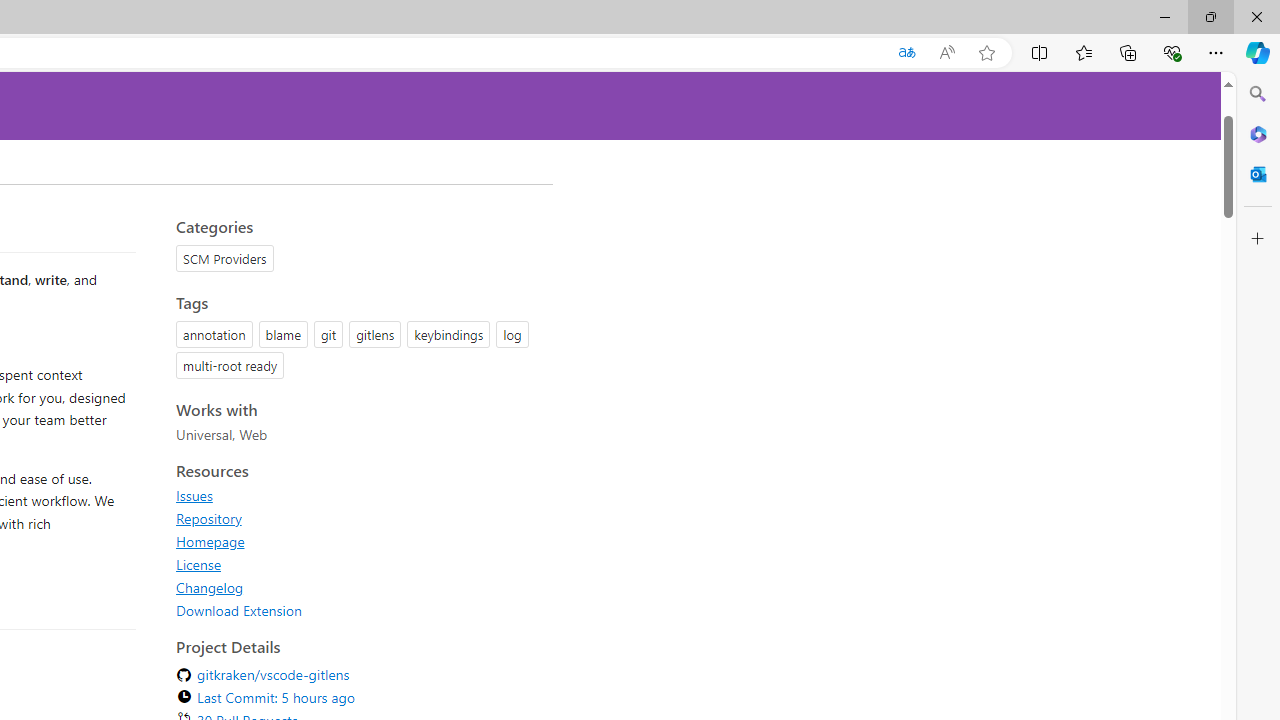 This screenshot has width=1280, height=720. Describe the element at coordinates (905, 52) in the screenshot. I see `'Translated'` at that location.